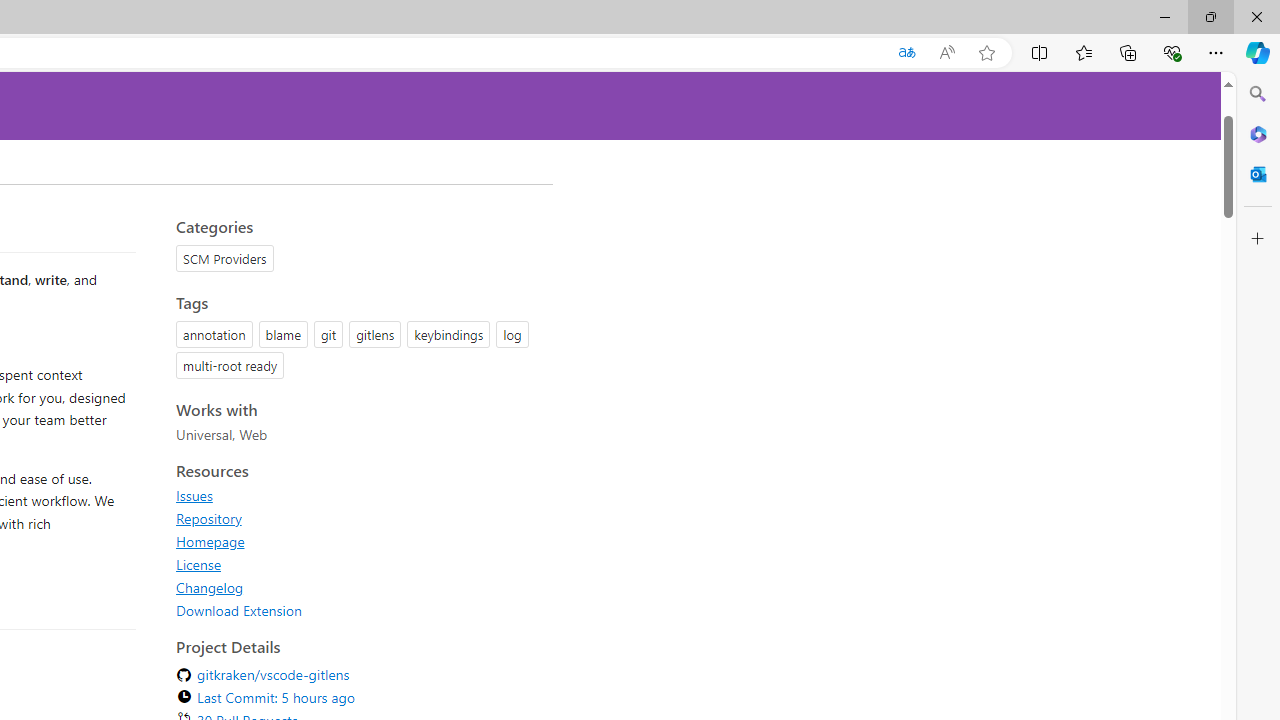 This screenshot has width=1280, height=720. Describe the element at coordinates (905, 52) in the screenshot. I see `'Translated'` at that location.